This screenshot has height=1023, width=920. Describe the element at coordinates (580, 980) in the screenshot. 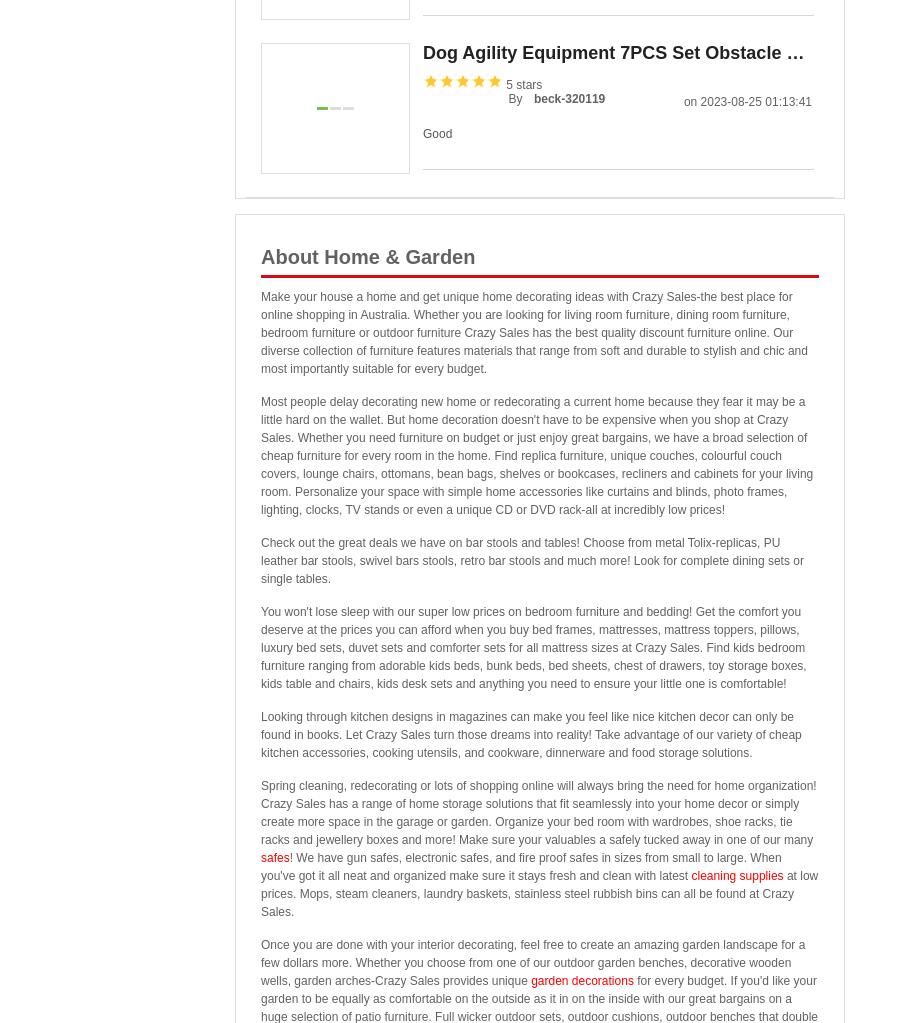

I see `'garden decorations'` at that location.